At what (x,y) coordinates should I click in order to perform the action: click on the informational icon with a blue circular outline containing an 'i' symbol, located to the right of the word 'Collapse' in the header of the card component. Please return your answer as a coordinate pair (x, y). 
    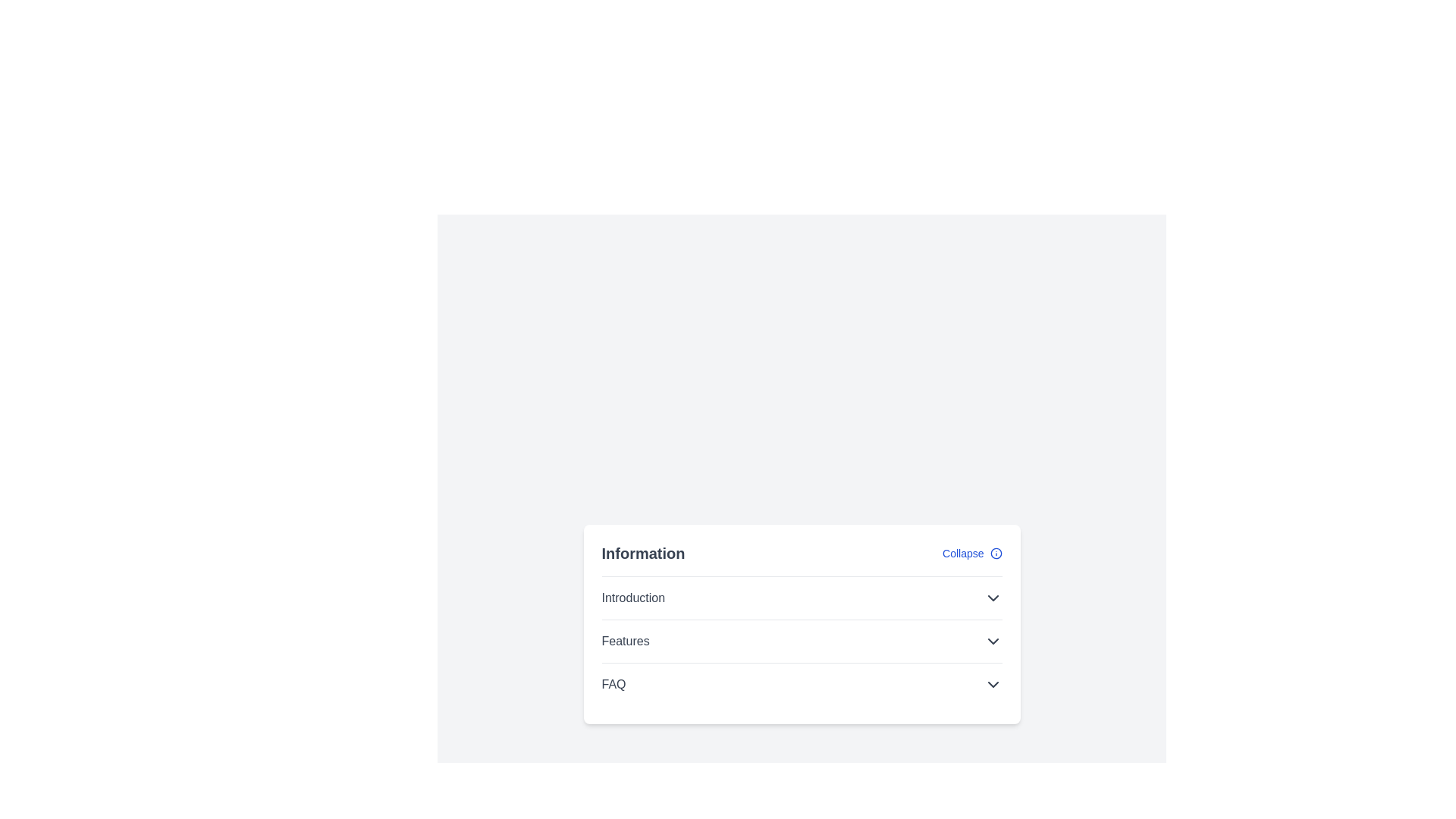
    Looking at the image, I should click on (996, 553).